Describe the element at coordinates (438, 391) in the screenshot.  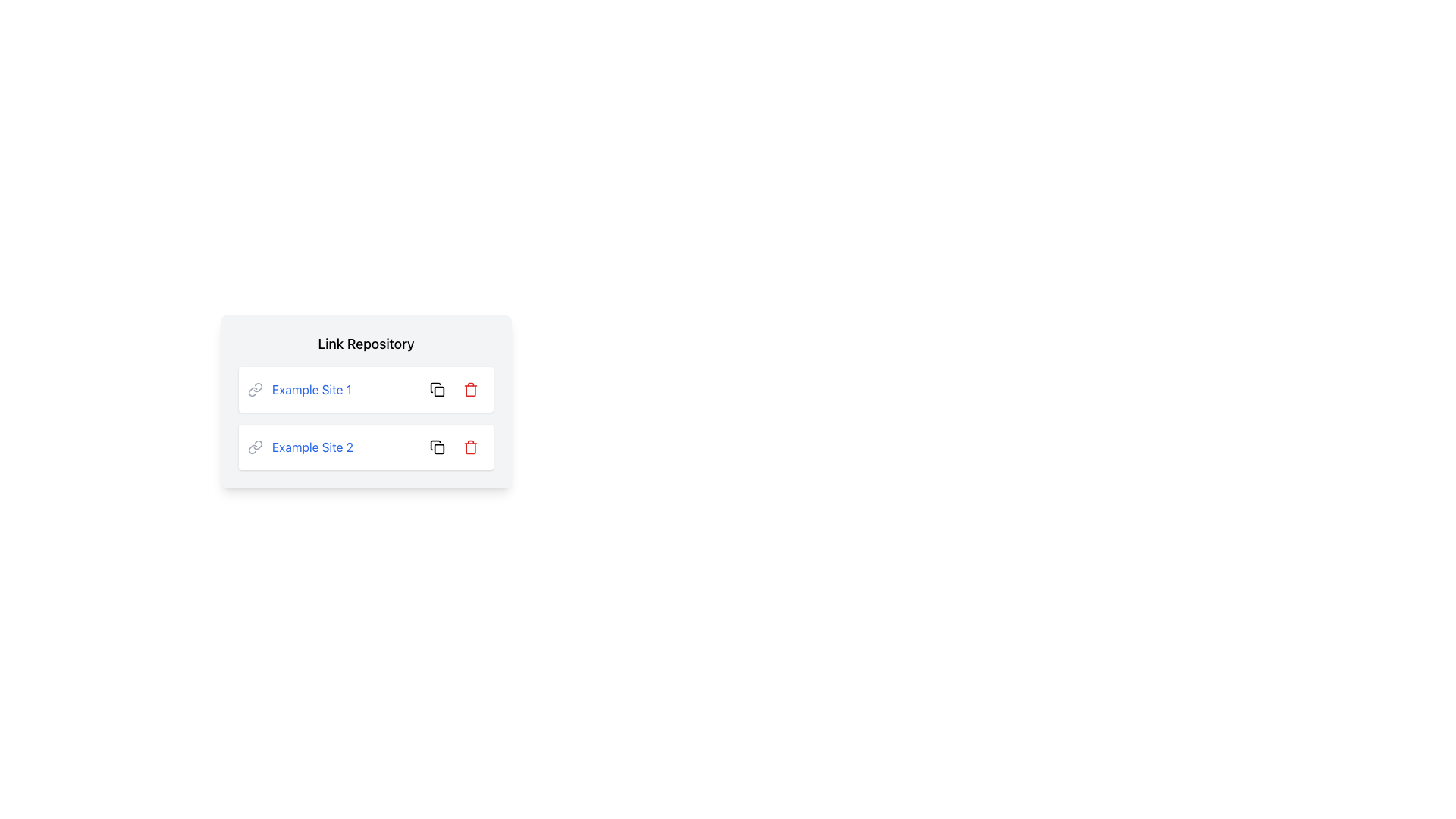
I see `the decorative SVG icon element located next to the 'Example Site 1' list entry under the 'Link Repository' header` at that location.